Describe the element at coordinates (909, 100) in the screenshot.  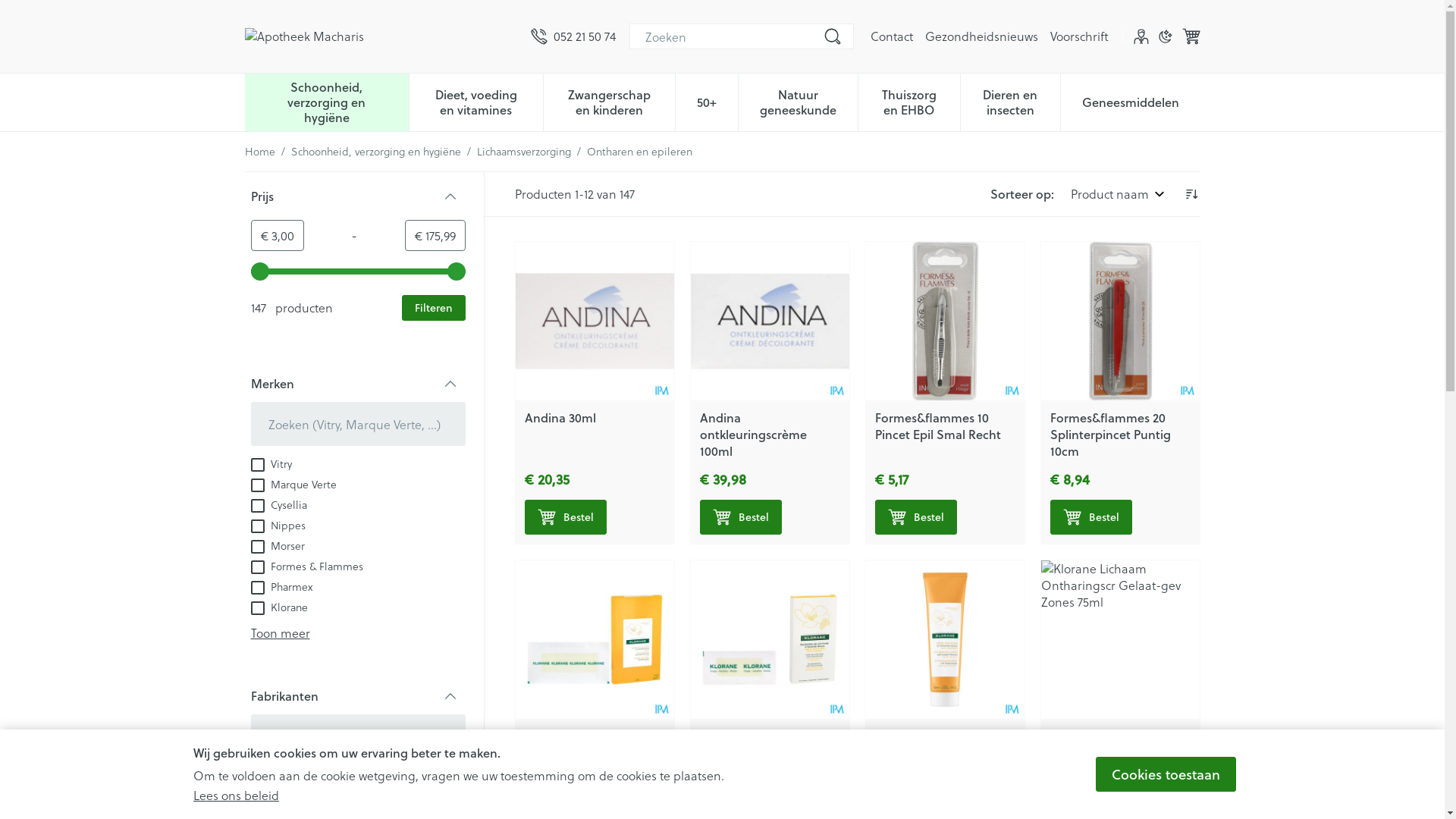
I see `'Thuiszorg en EHBO'` at that location.